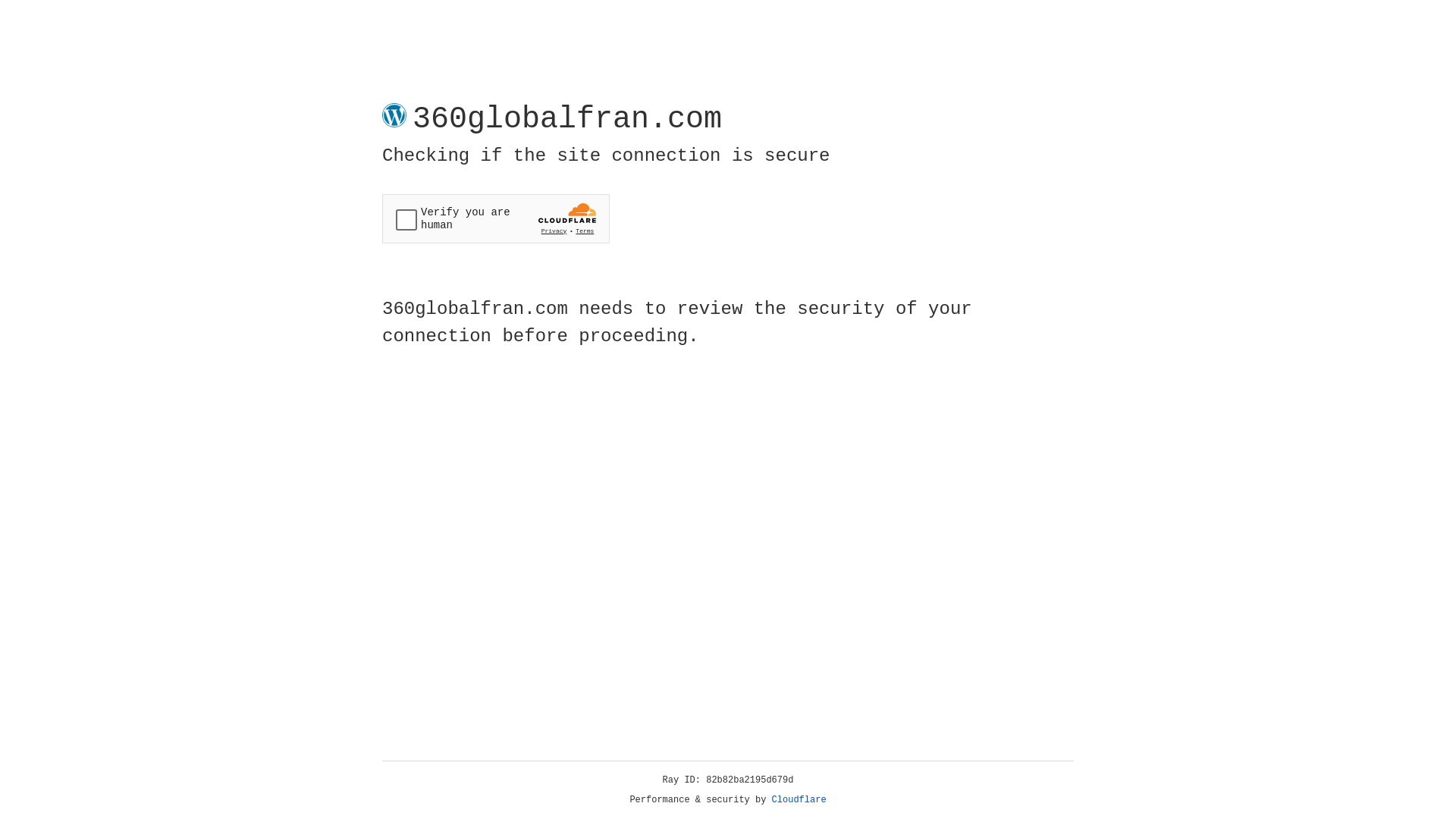 The height and width of the screenshot is (819, 1456). I want to click on 'Widget containing a Cloudflare security challenge', so click(495, 218).